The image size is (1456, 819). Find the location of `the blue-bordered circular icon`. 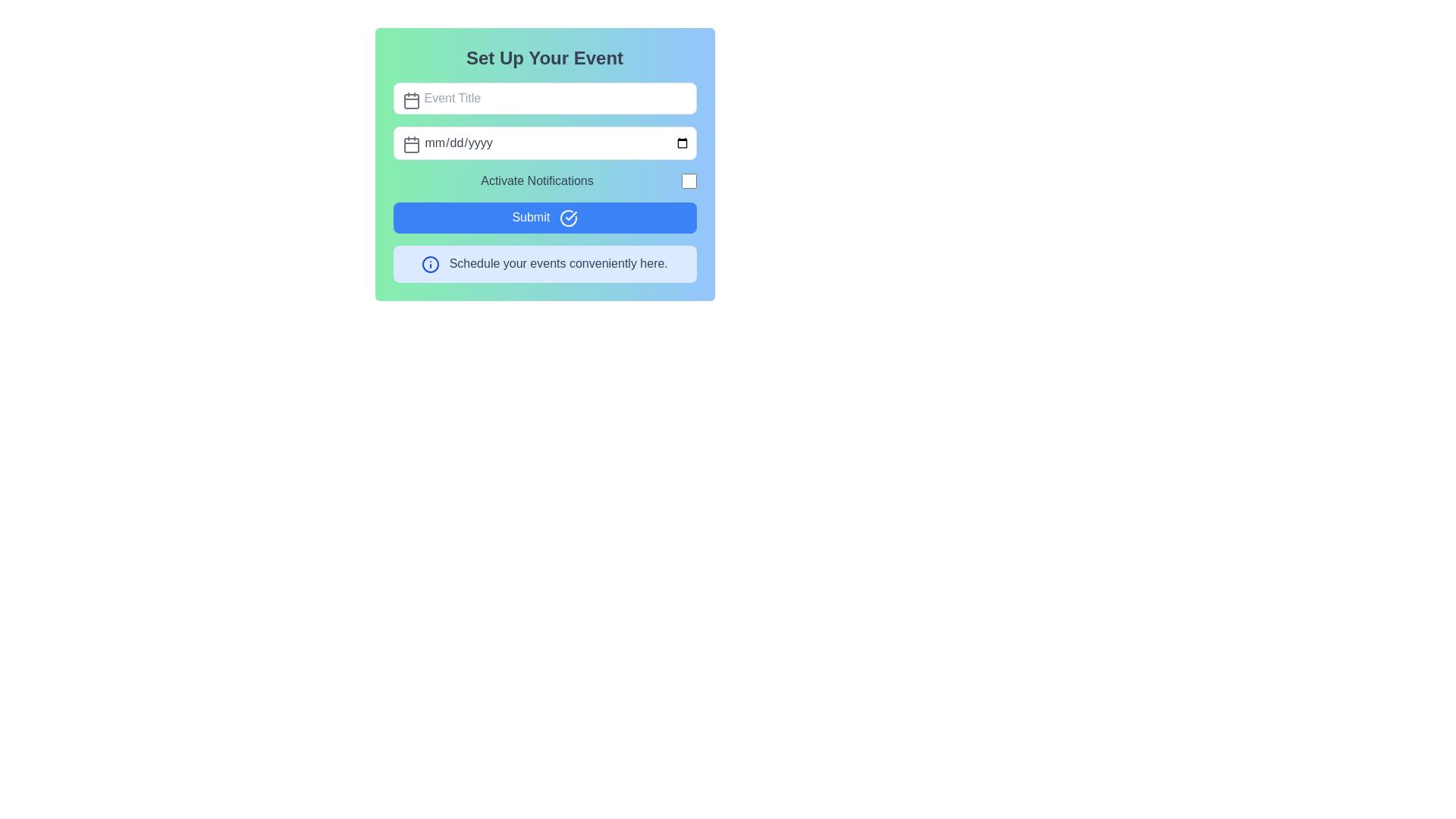

the blue-bordered circular icon is located at coordinates (430, 263).